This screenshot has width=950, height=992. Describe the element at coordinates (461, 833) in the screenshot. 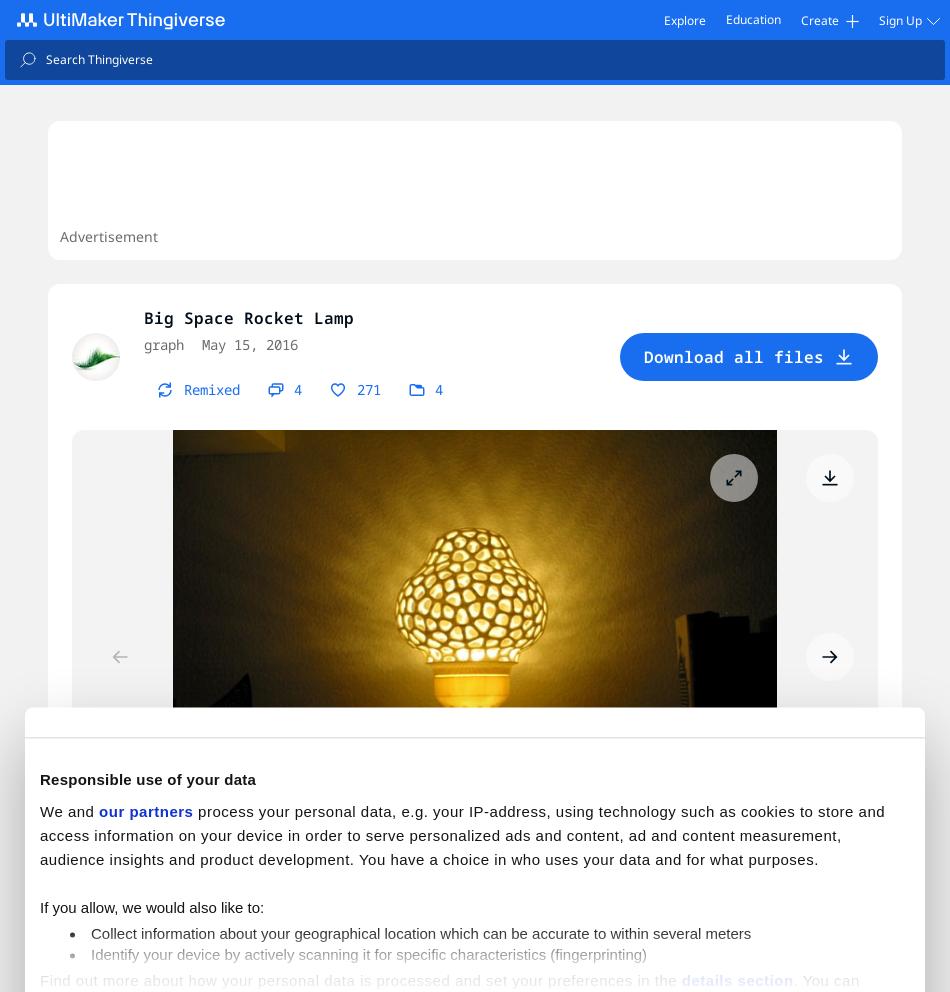

I see `'process your personal data, e.g. your IP-address, using technology such as cookies to store and access information on your device in order to serve personalized ads and content, ad and content measurement, audience insights and product development. You have a choice in who uses your data and for what purposes.'` at that location.